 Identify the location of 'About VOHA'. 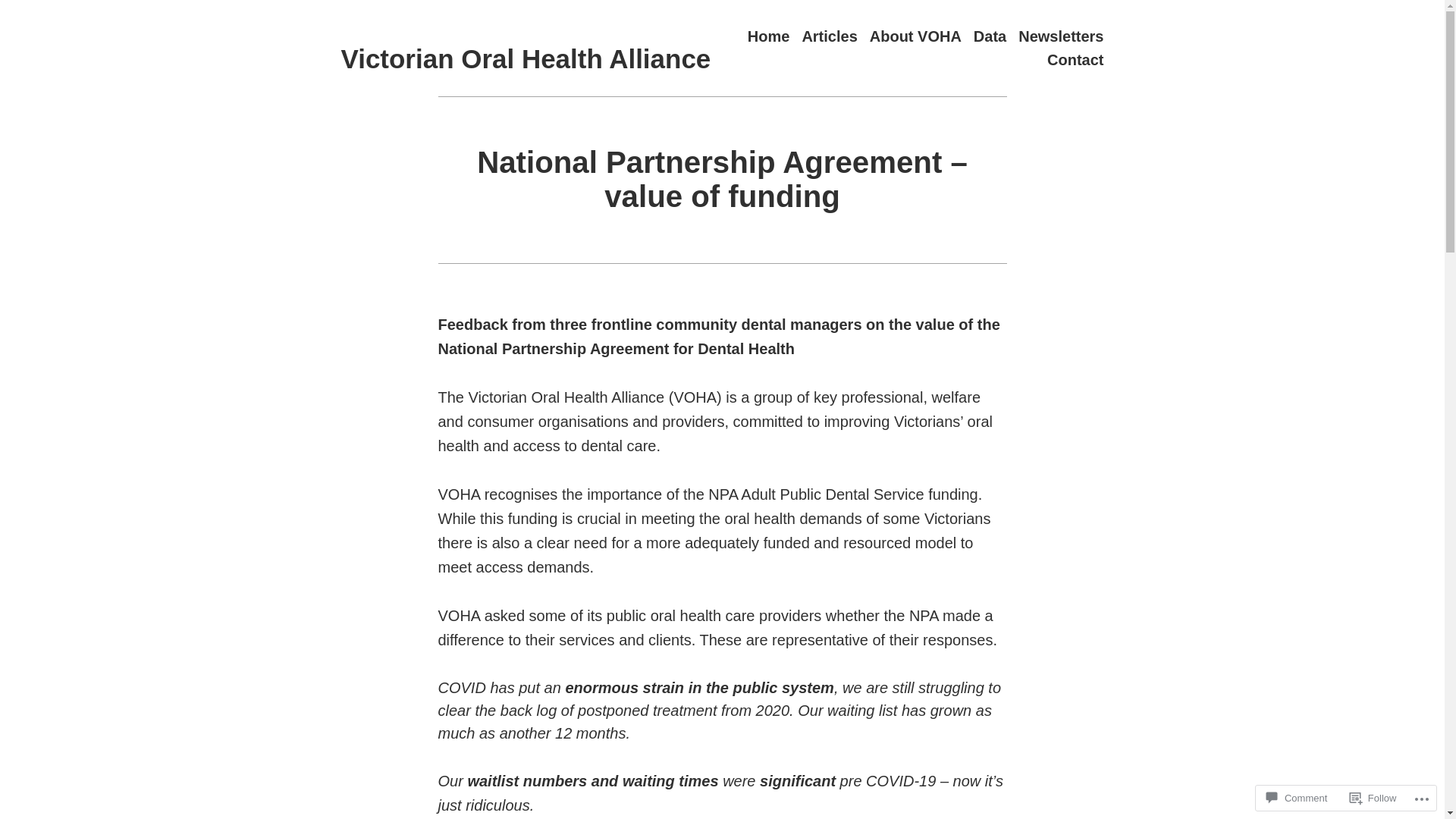
(915, 35).